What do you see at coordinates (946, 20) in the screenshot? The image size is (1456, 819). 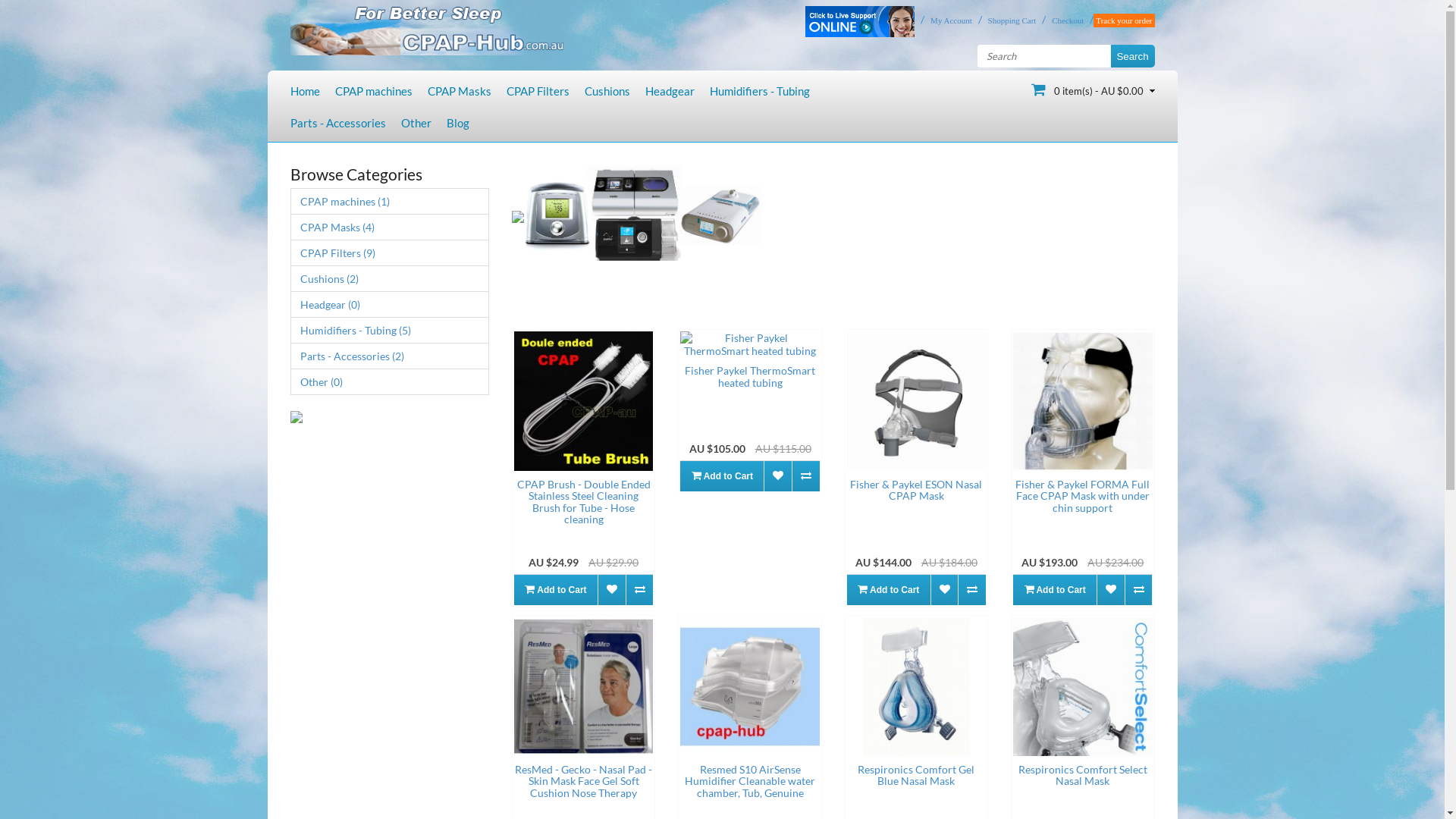 I see `'My Account'` at bounding box center [946, 20].